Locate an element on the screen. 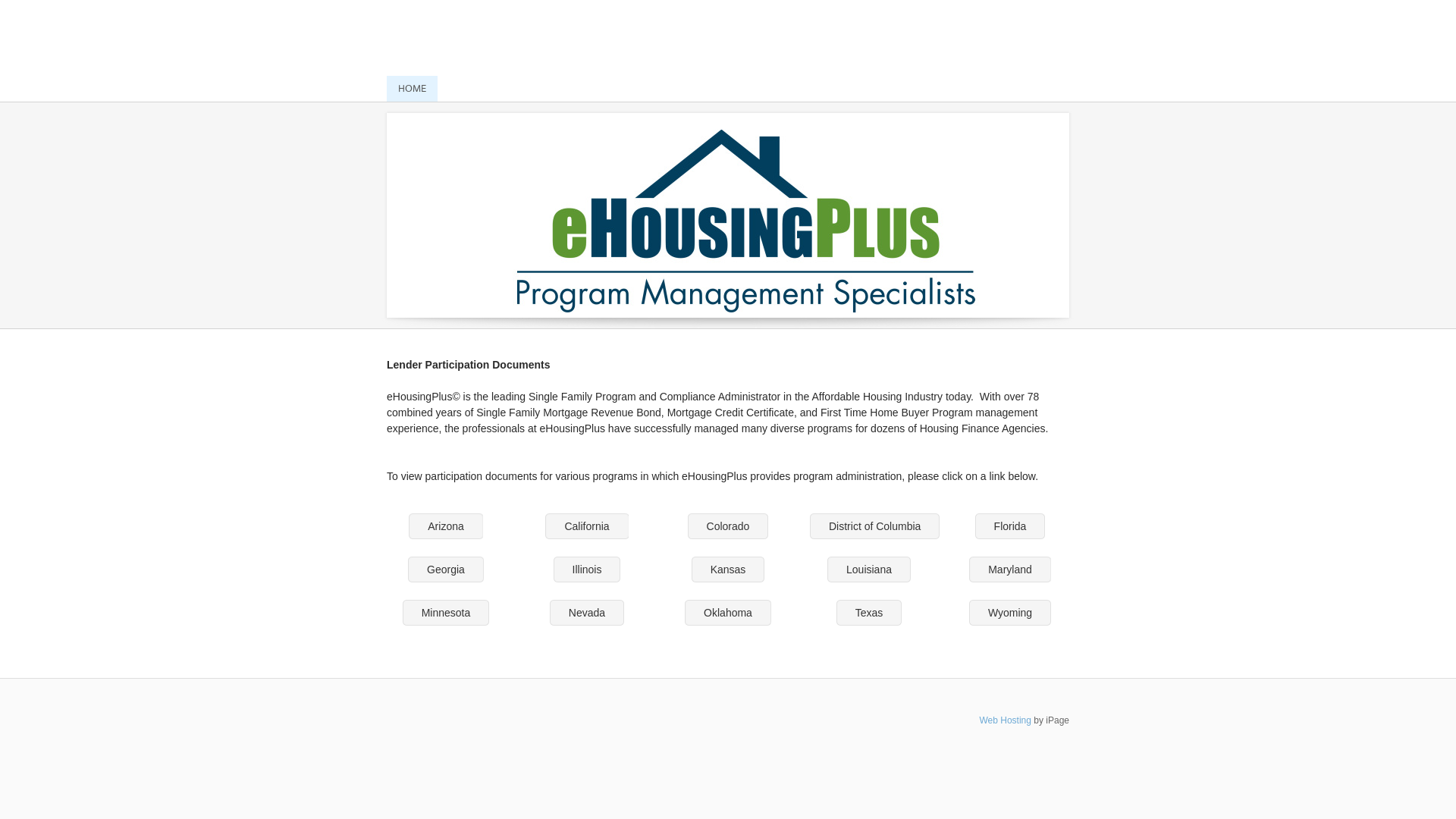 The image size is (1456, 819). 'Illinois' is located at coordinates (552, 570).